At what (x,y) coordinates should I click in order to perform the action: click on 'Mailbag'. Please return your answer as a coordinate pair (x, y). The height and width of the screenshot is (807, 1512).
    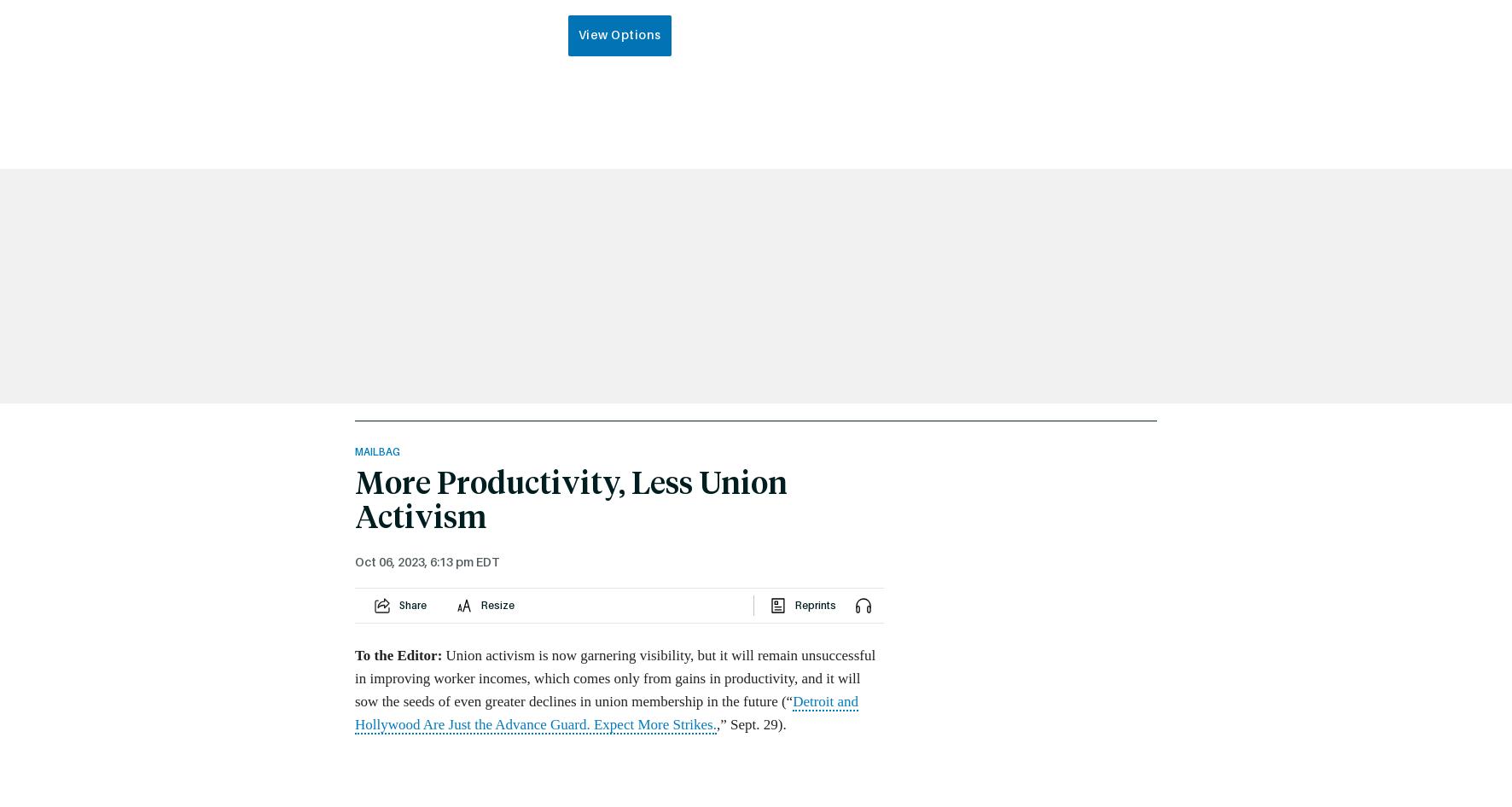
    Looking at the image, I should click on (377, 451).